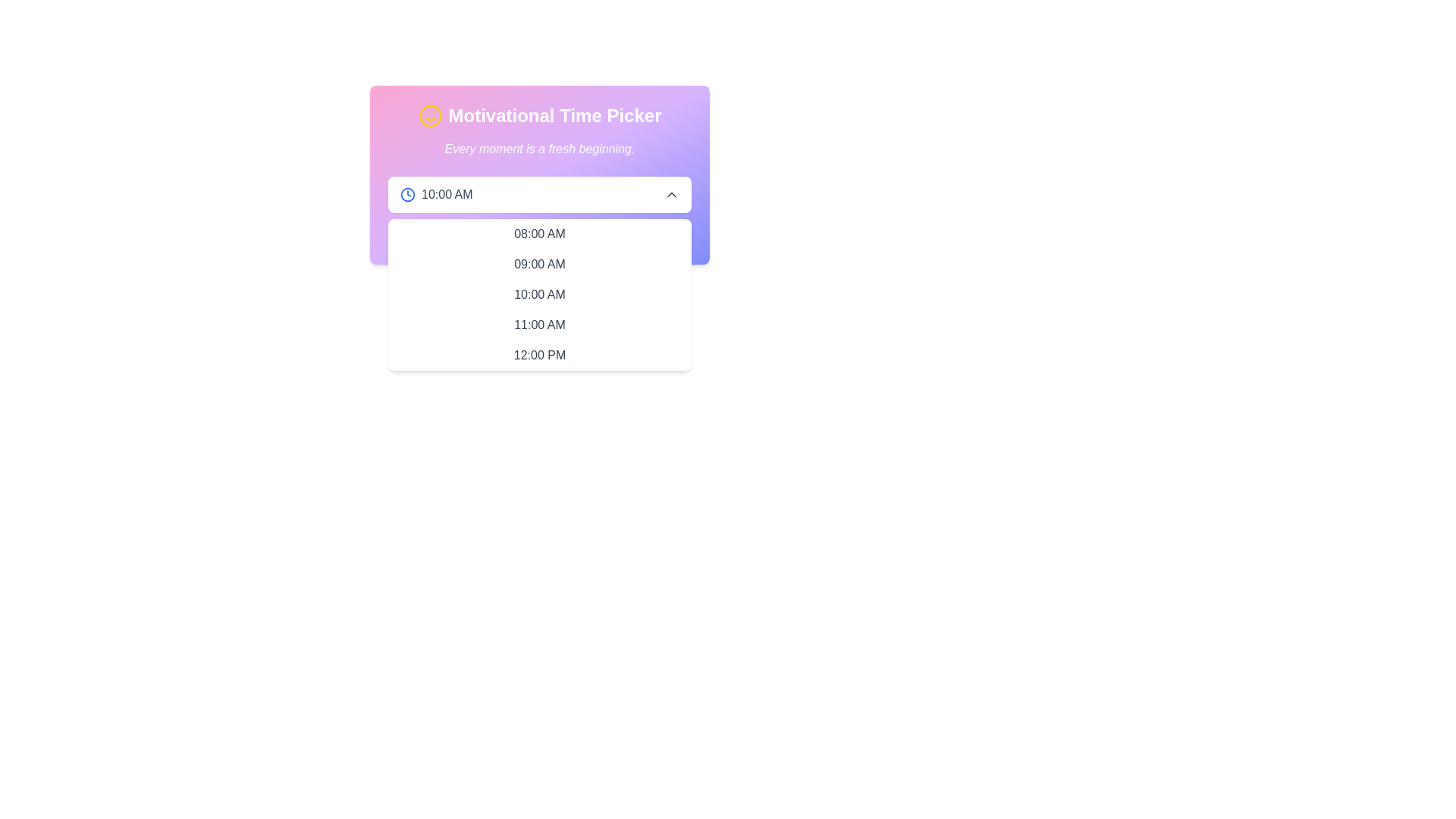 The height and width of the screenshot is (819, 1456). Describe the element at coordinates (429, 115) in the screenshot. I see `the smiley face icon in the header section labeled 'Motivational Time Picker', which is the first icon displayed left-aligned before the text content` at that location.